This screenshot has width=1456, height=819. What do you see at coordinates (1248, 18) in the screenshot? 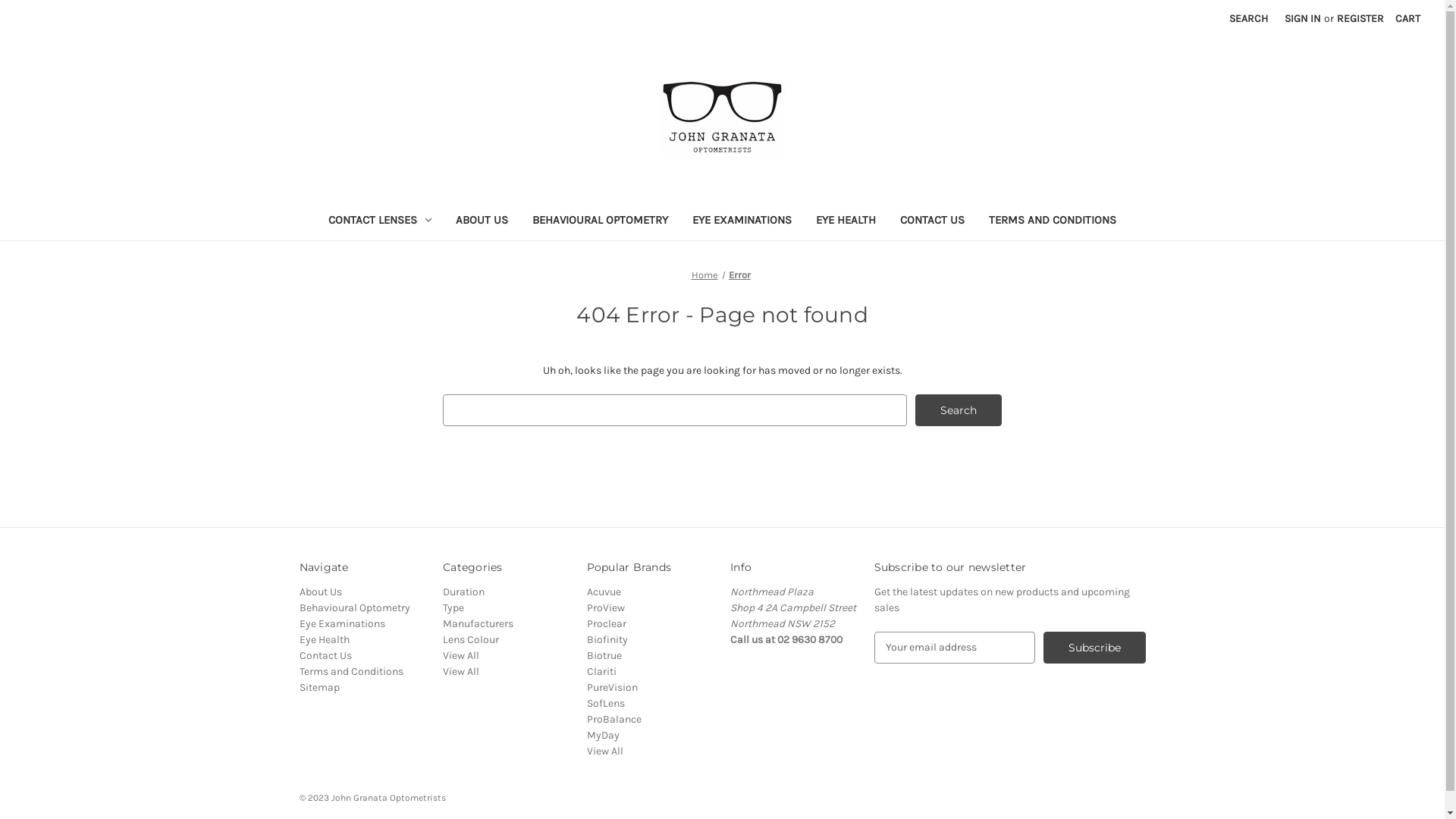
I see `'SEARCH'` at bounding box center [1248, 18].